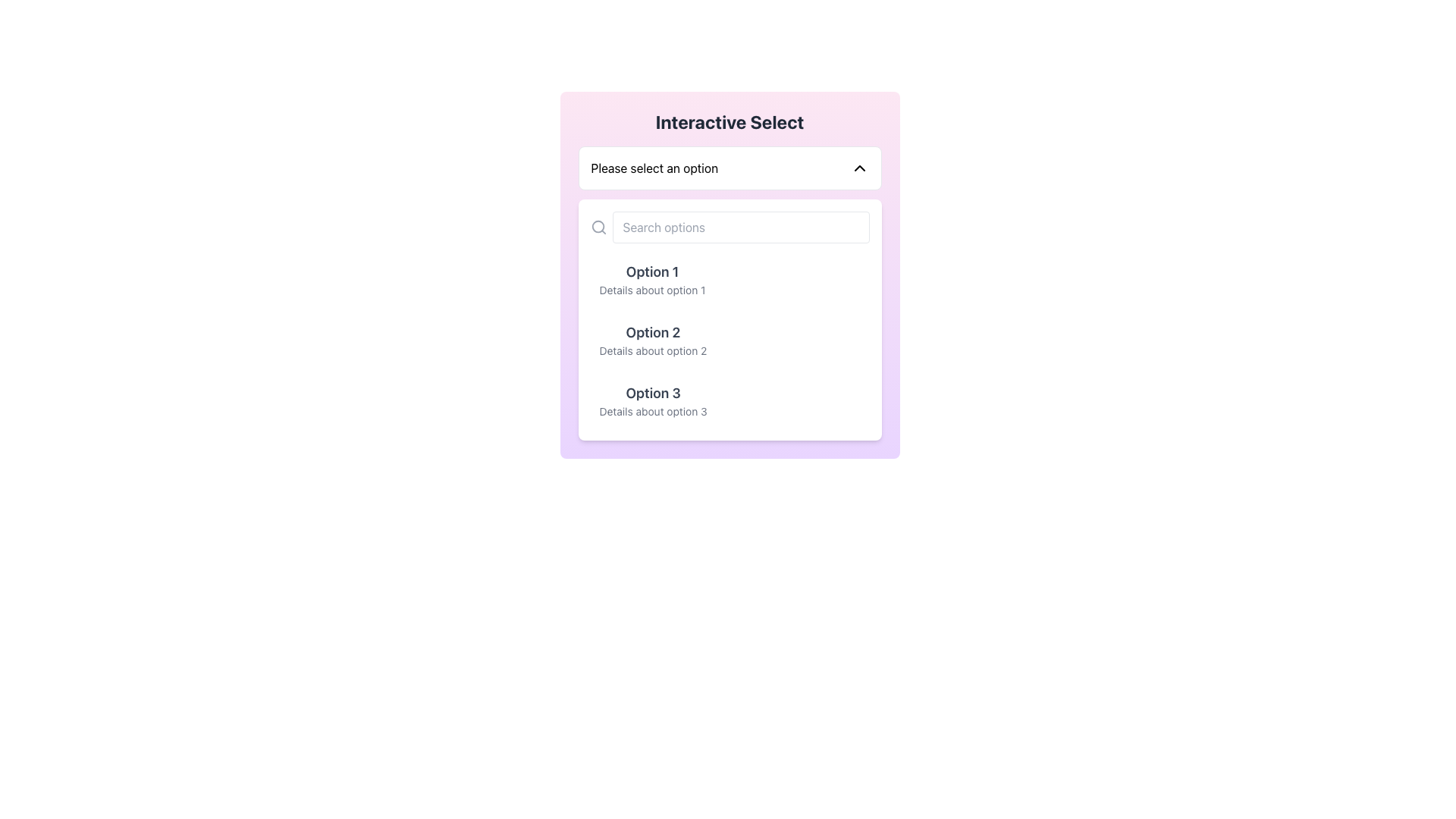 Image resolution: width=1456 pixels, height=819 pixels. What do you see at coordinates (654, 168) in the screenshot?
I see `the text label reading 'Please select an option', which is located at the top portion of the dropdown component beneath the heading 'Interactive Select'` at bounding box center [654, 168].